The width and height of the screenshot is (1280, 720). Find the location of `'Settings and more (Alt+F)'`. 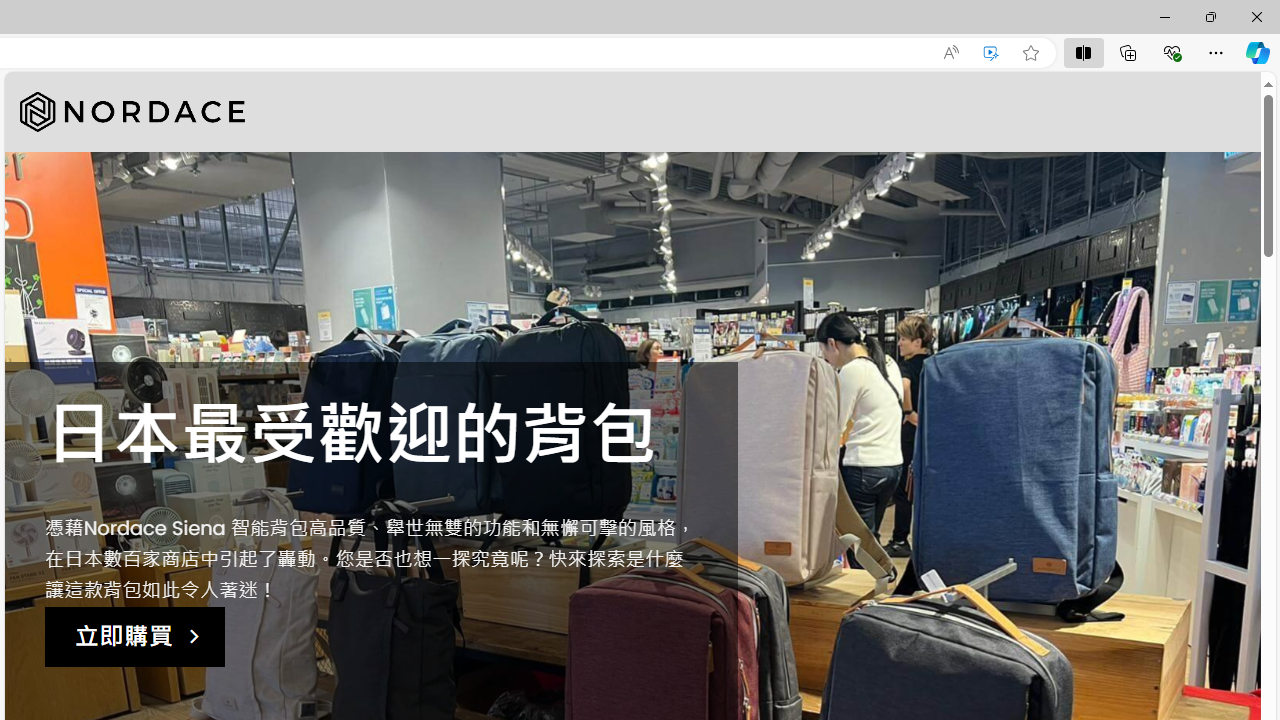

'Settings and more (Alt+F)' is located at coordinates (1215, 51).